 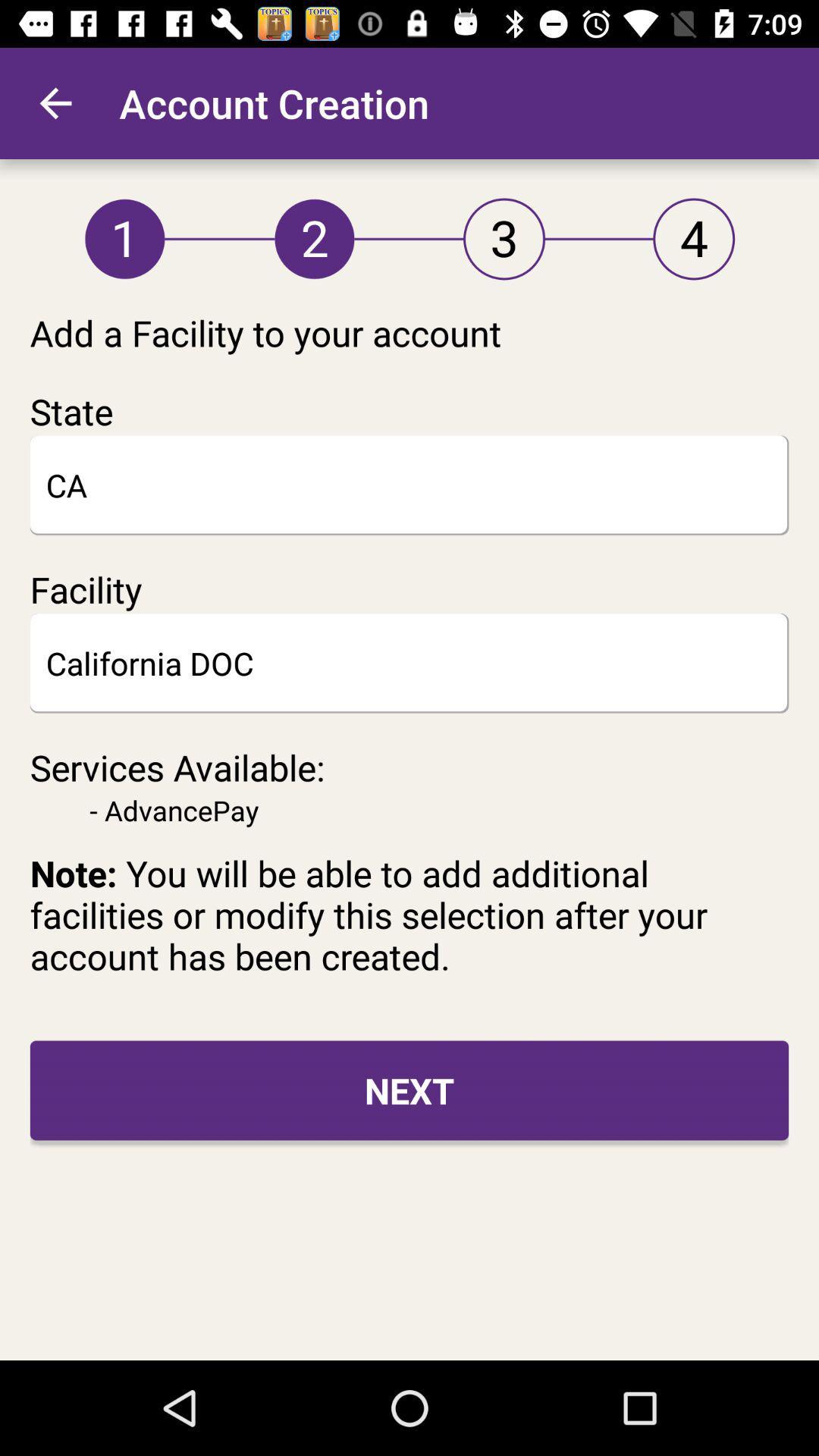 I want to click on next item, so click(x=409, y=1090).